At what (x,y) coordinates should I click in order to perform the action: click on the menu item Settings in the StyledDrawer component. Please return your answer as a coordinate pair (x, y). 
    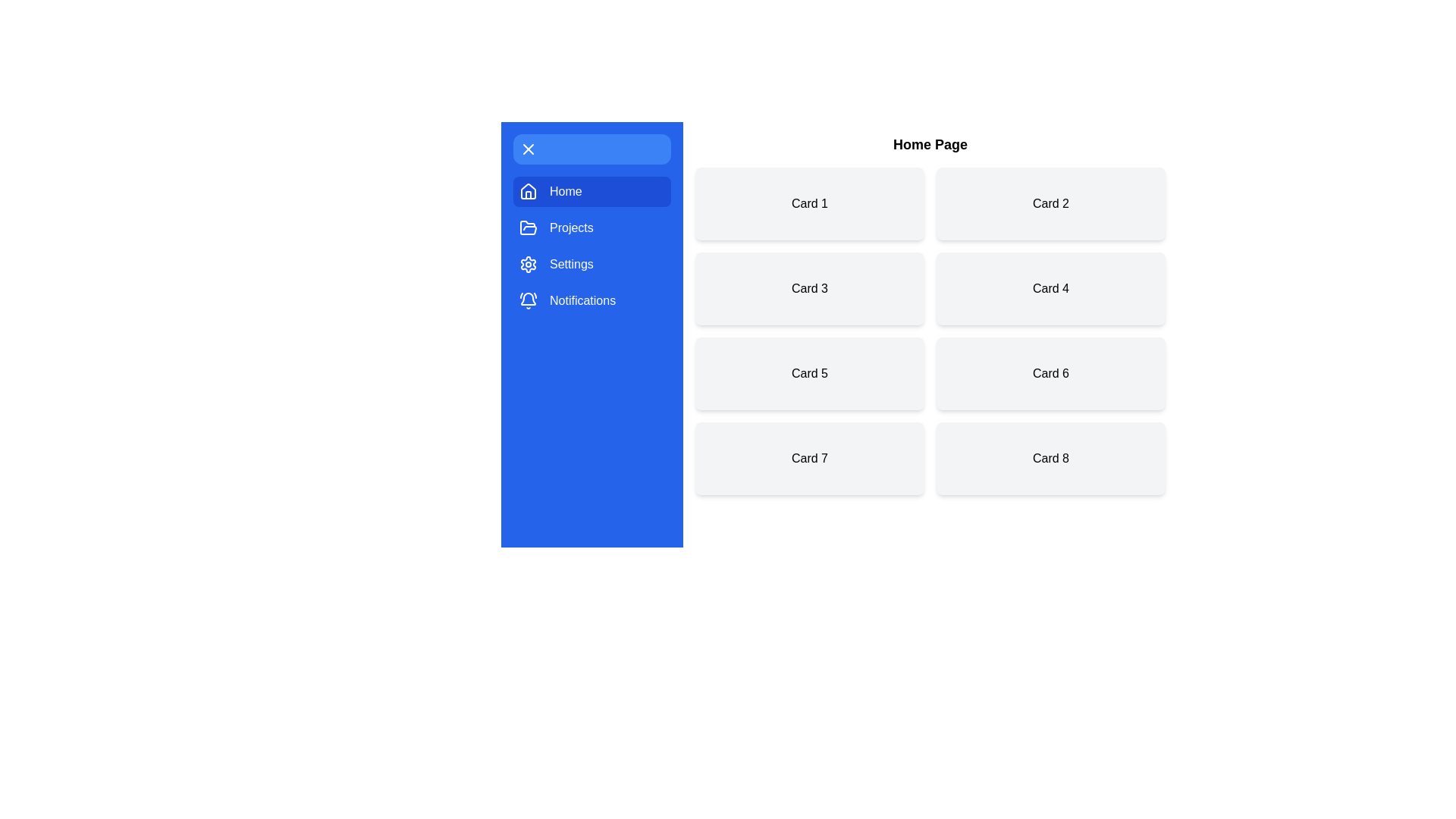
    Looking at the image, I should click on (591, 263).